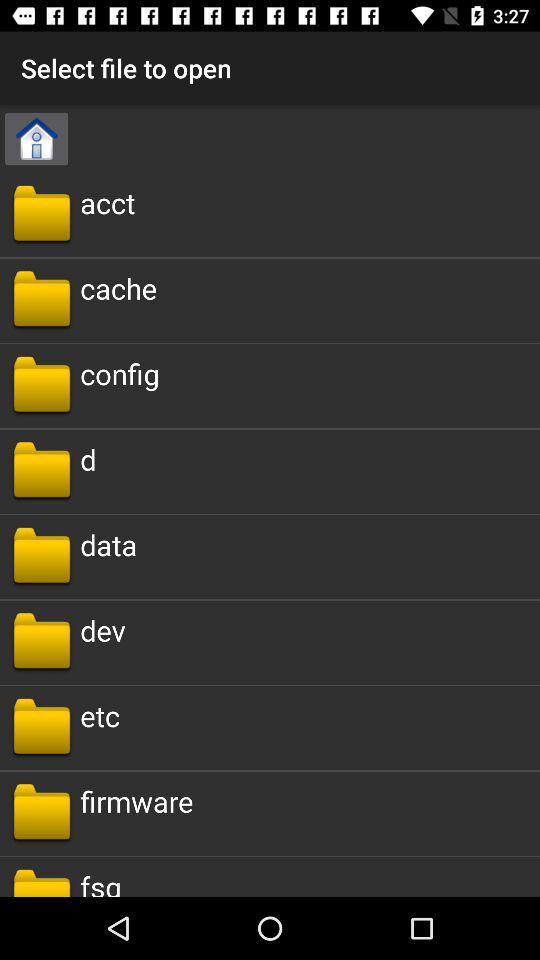  Describe the element at coordinates (135, 801) in the screenshot. I see `the firmware` at that location.